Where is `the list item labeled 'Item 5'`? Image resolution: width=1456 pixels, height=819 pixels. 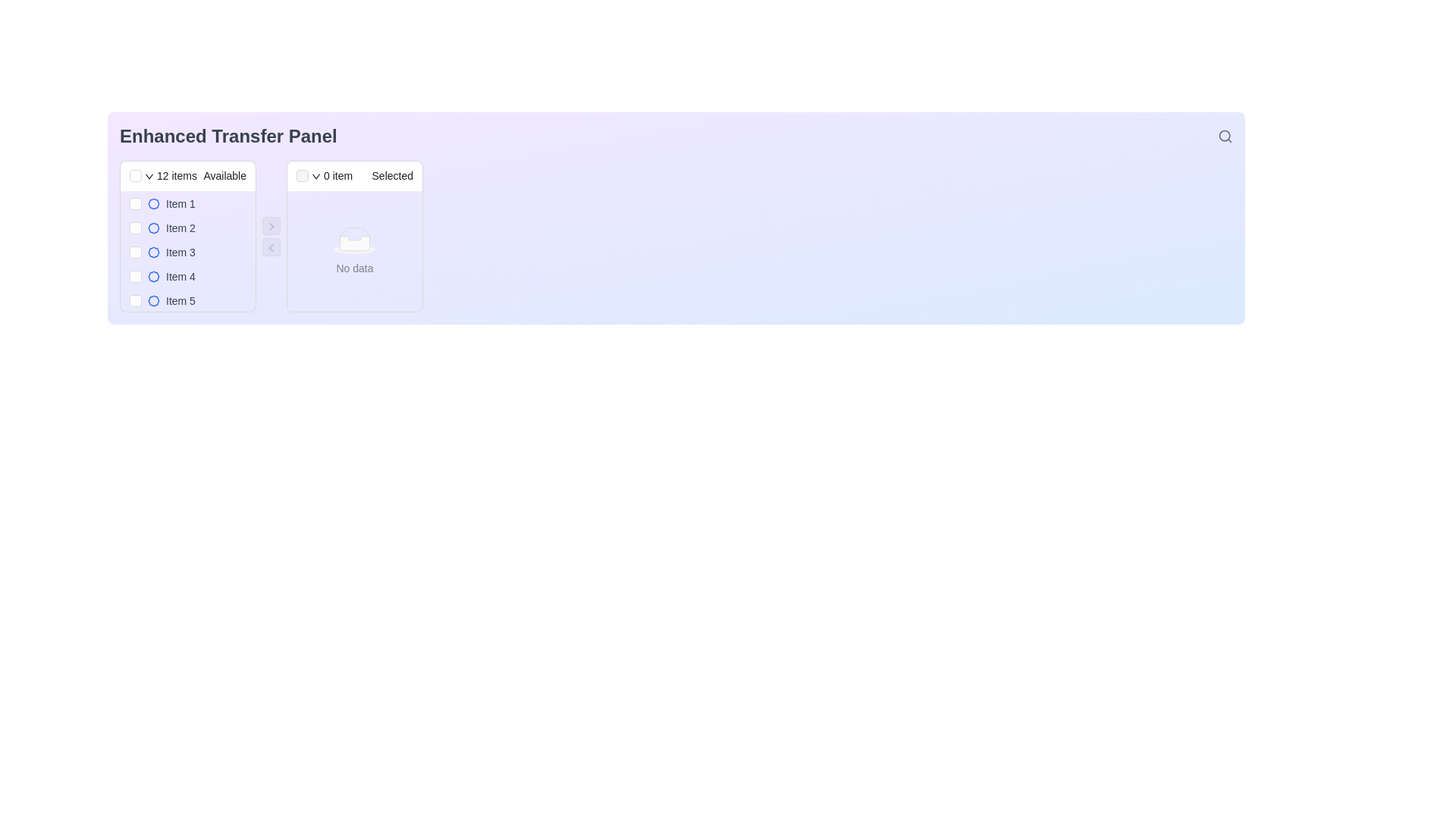 the list item labeled 'Item 5' is located at coordinates (196, 301).